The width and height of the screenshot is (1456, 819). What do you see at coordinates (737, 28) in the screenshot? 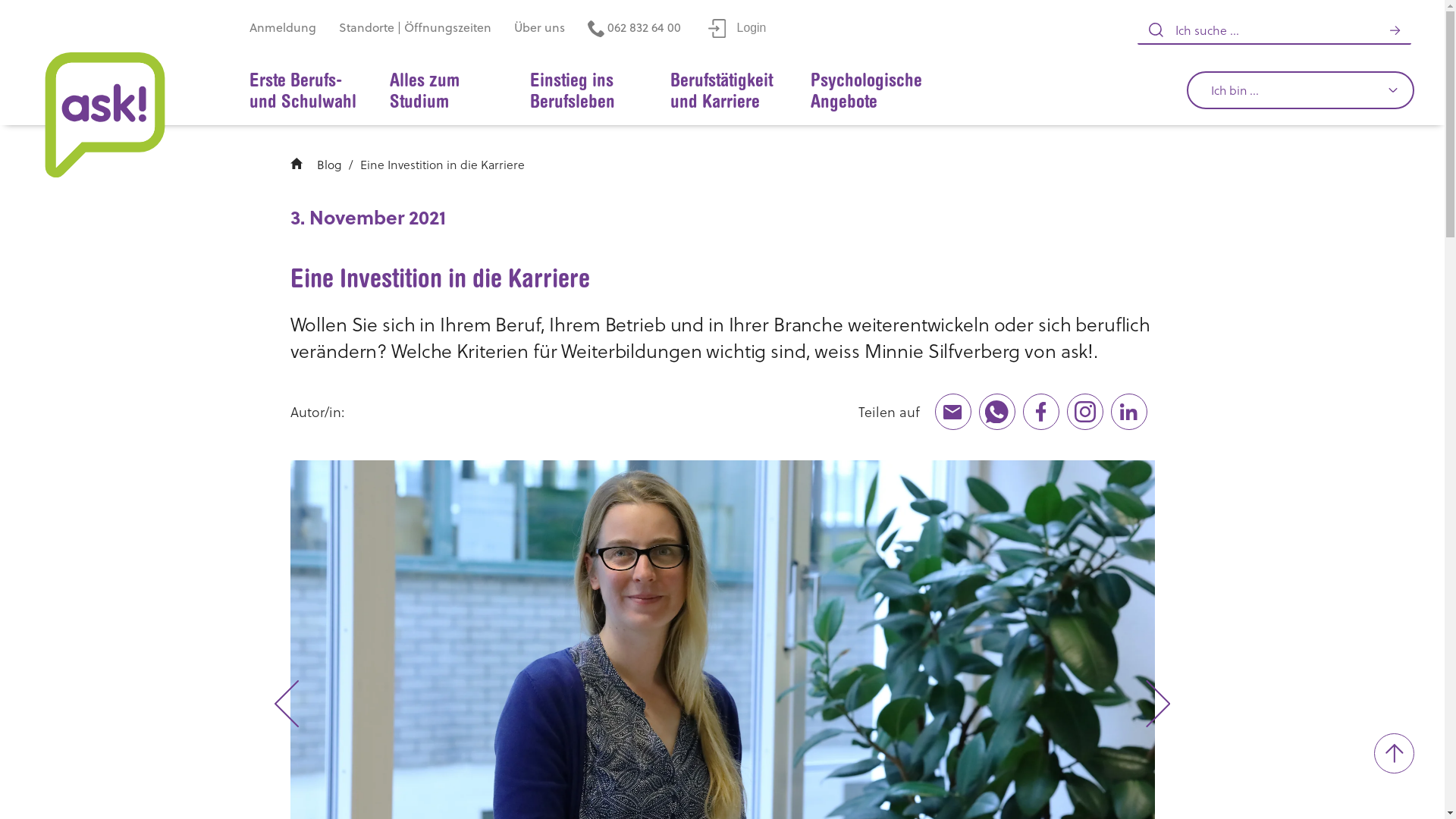
I see `'Login'` at bounding box center [737, 28].